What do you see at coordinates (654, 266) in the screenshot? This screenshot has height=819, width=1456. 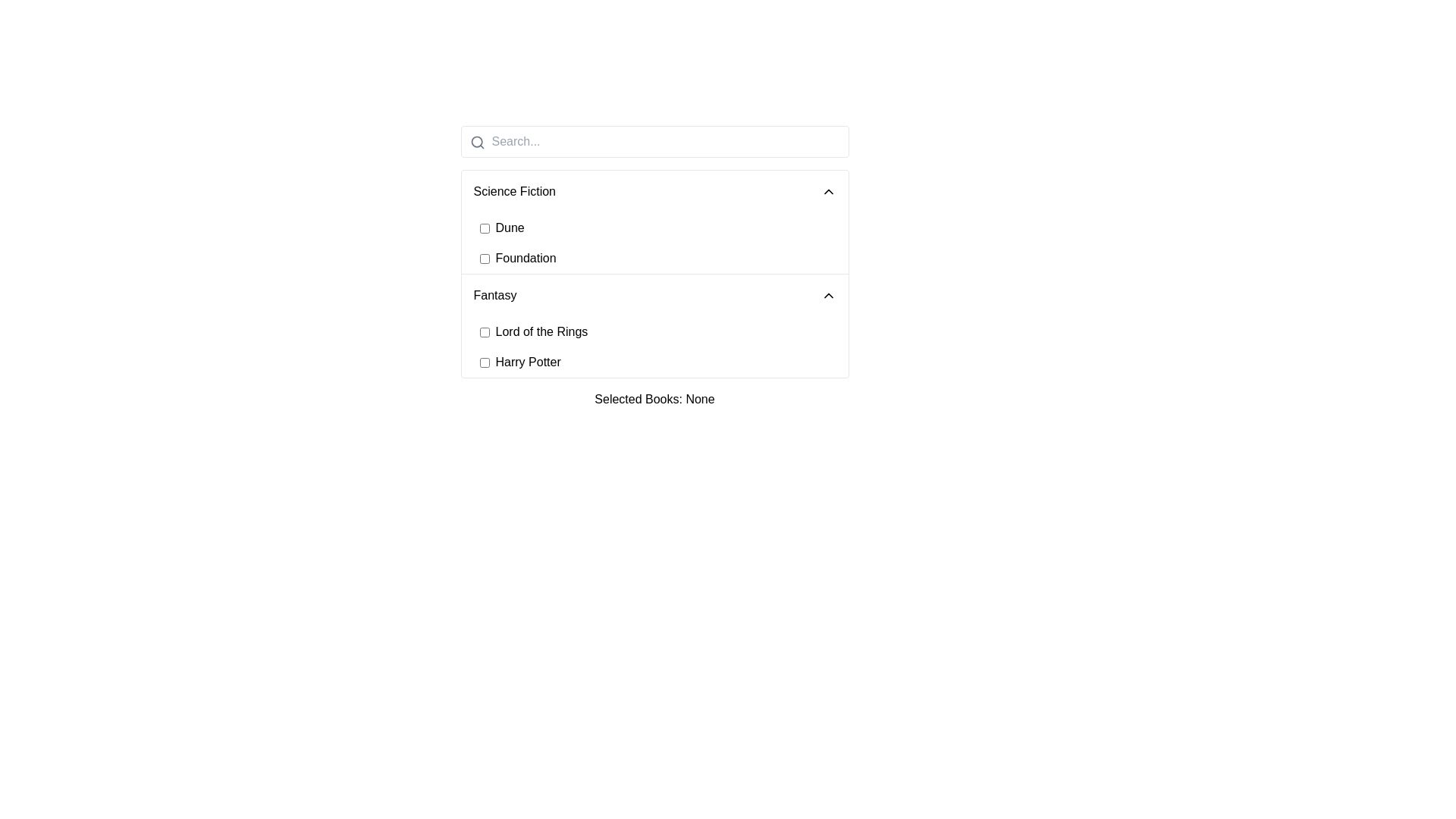 I see `the checkbox item in the categorized selection list under the 'Science Fiction' category` at bounding box center [654, 266].